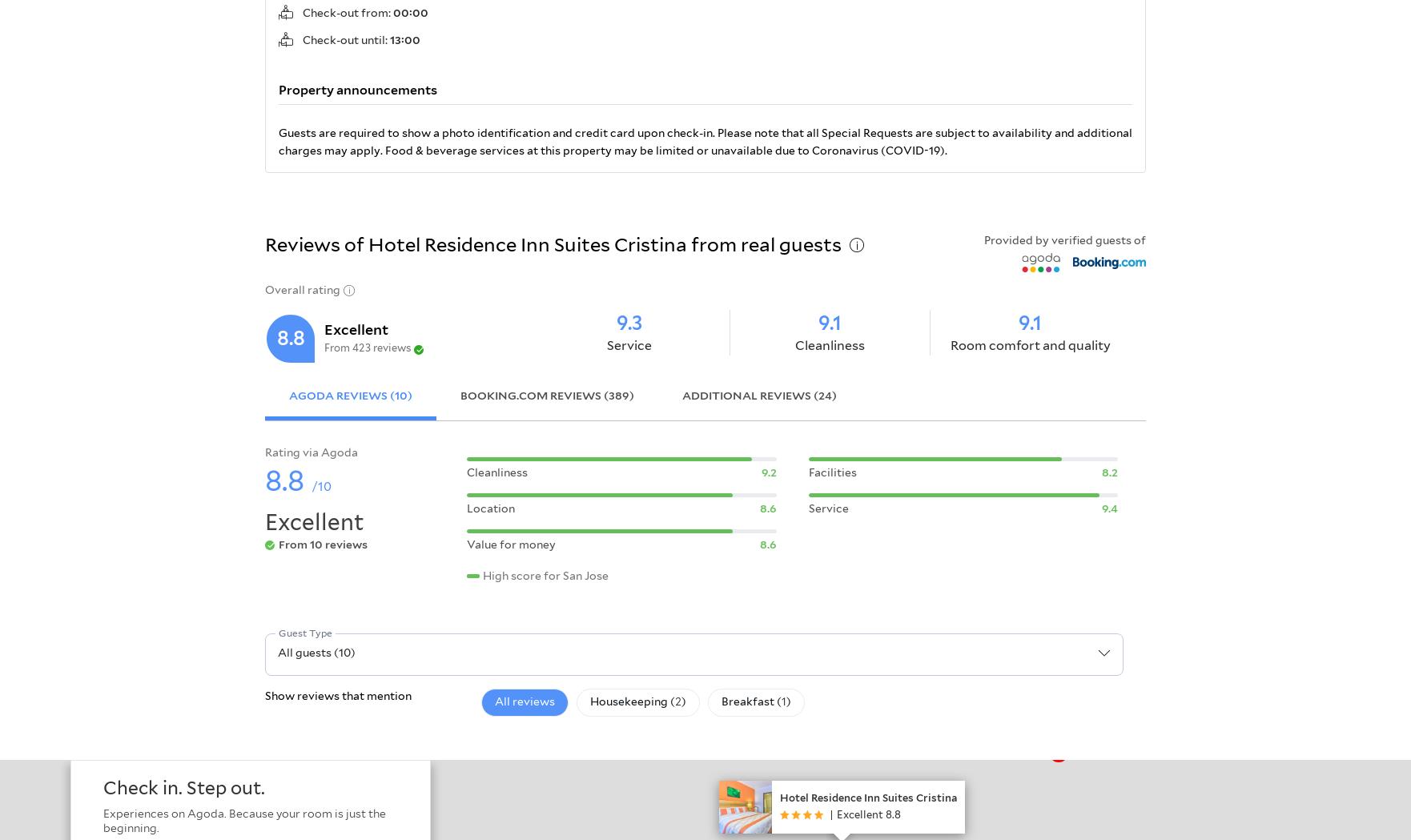 The width and height of the screenshot is (1411, 840). Describe the element at coordinates (628, 701) in the screenshot. I see `'Housekeeping'` at that location.